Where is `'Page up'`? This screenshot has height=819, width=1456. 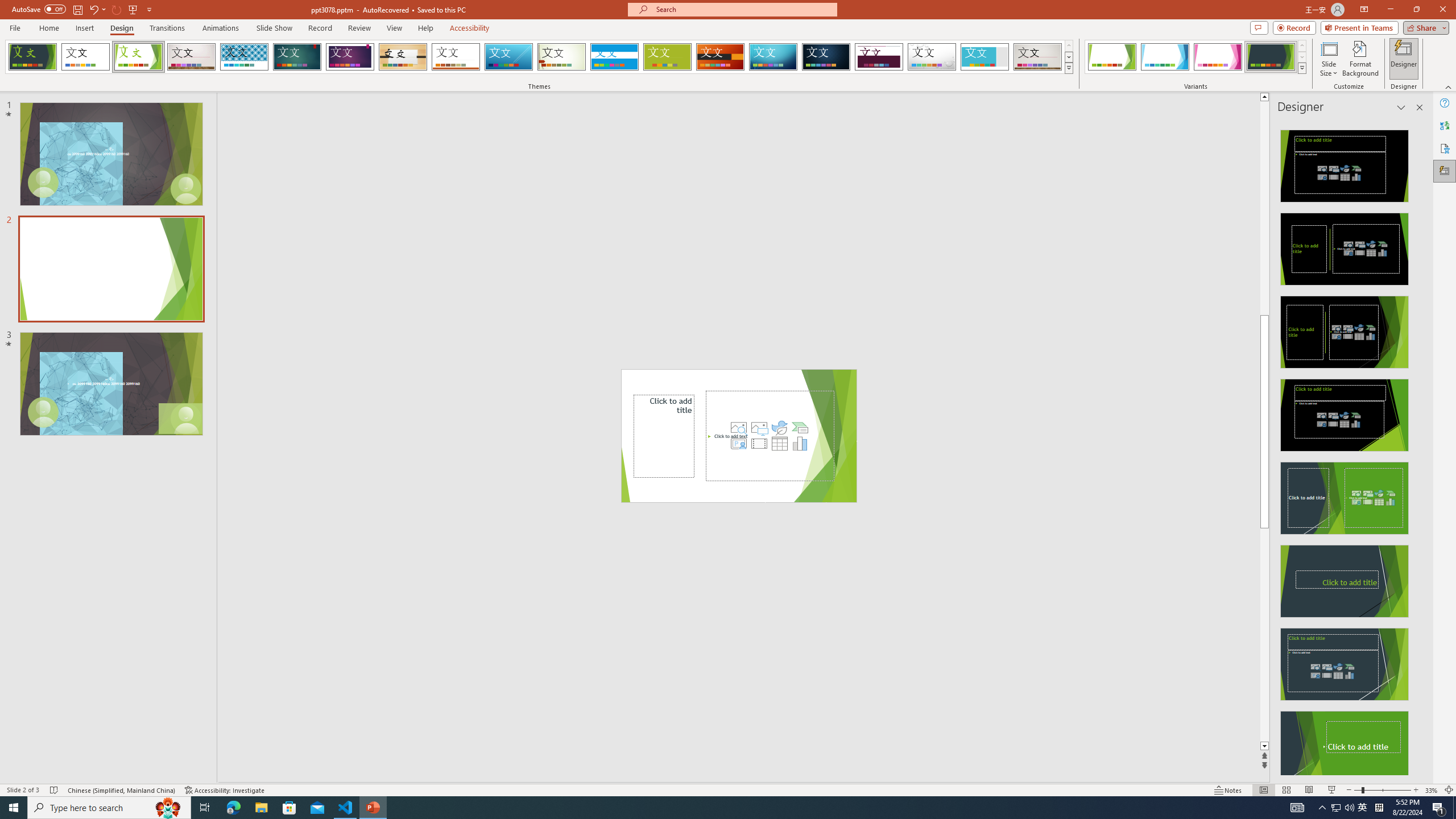
'Page up' is located at coordinates (1264, 207).